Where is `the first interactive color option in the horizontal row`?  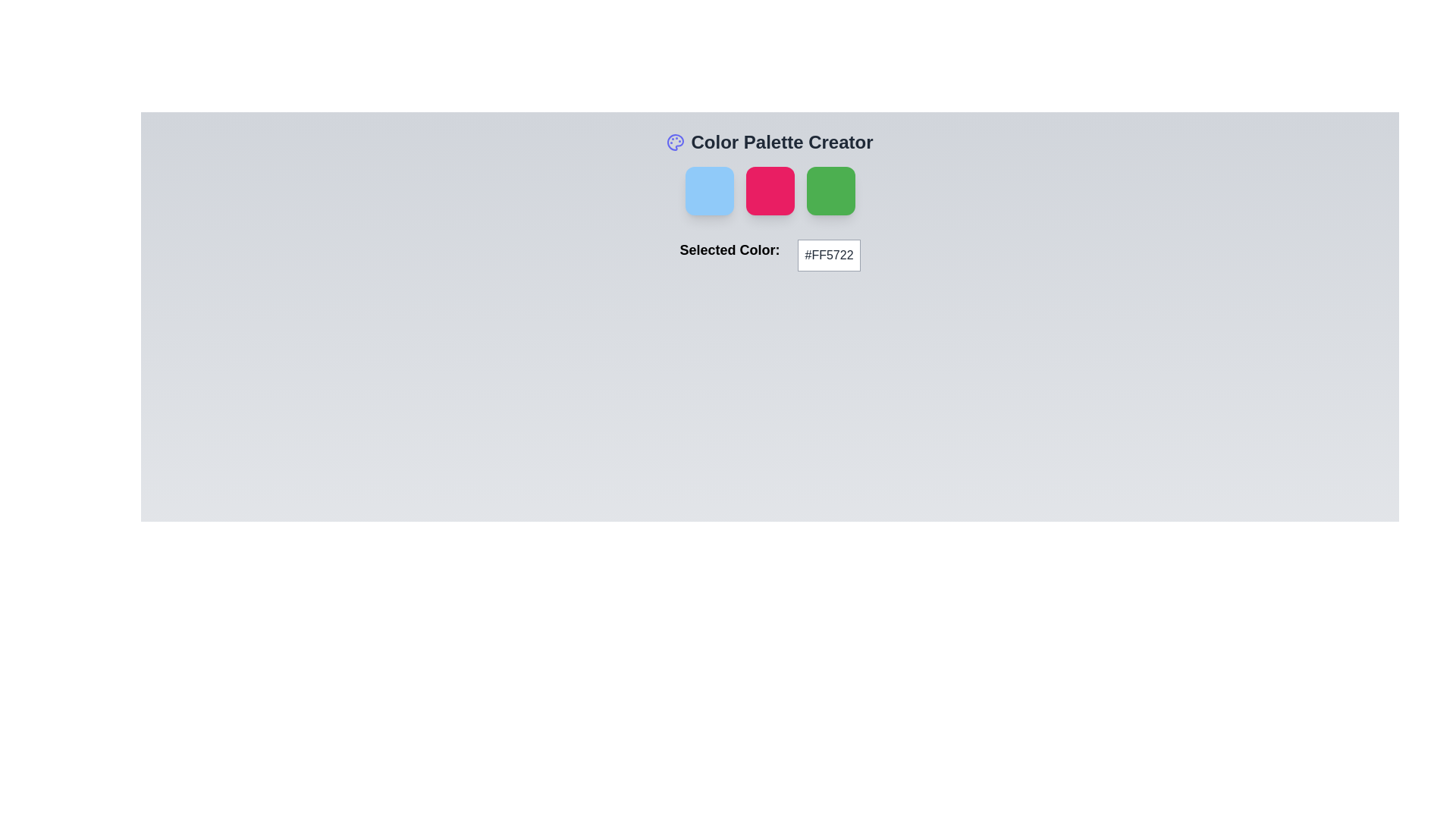 the first interactive color option in the horizontal row is located at coordinates (708, 190).